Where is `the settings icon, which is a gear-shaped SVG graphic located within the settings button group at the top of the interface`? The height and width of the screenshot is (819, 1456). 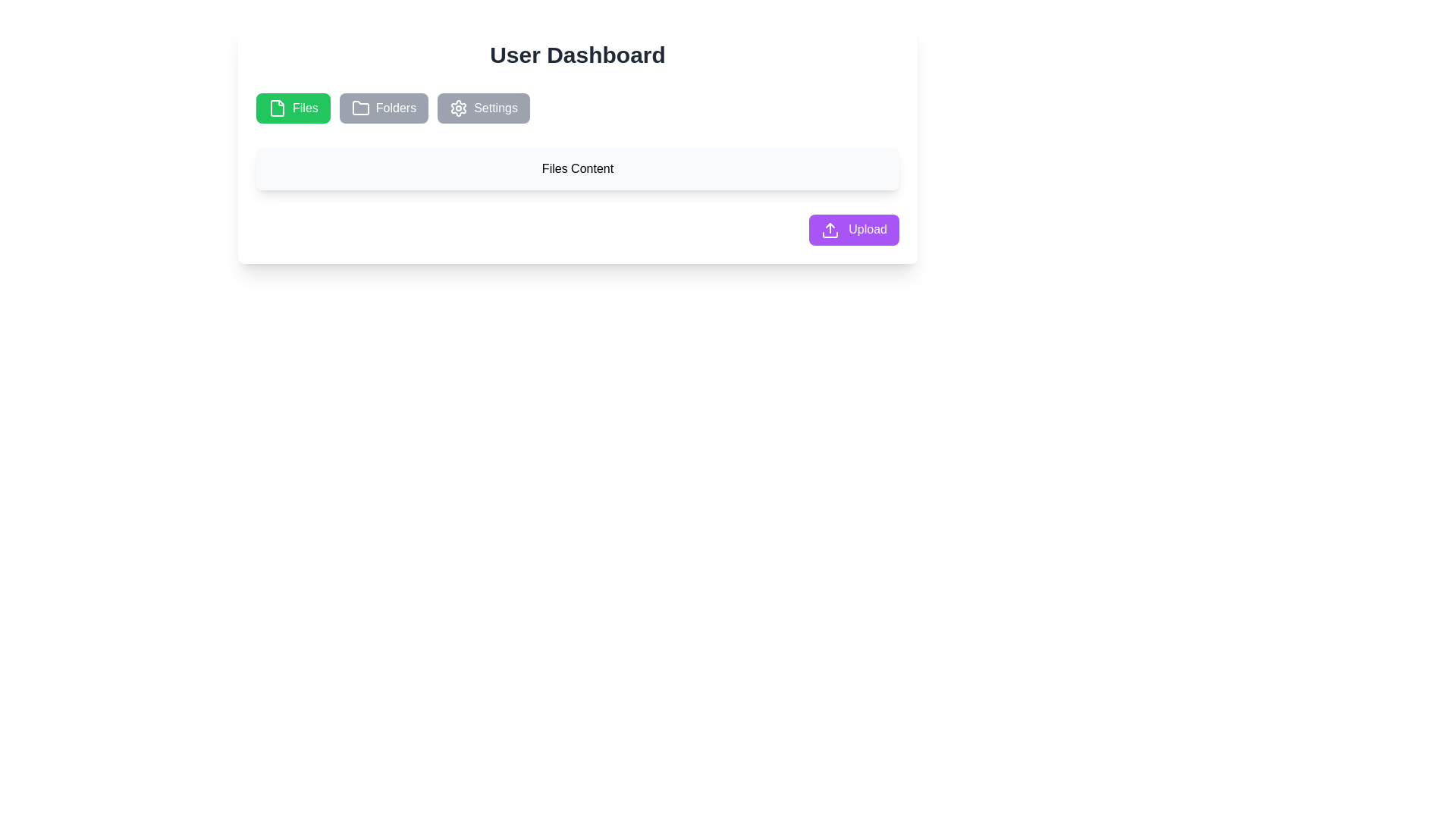
the settings icon, which is a gear-shaped SVG graphic located within the settings button group at the top of the interface is located at coordinates (458, 107).